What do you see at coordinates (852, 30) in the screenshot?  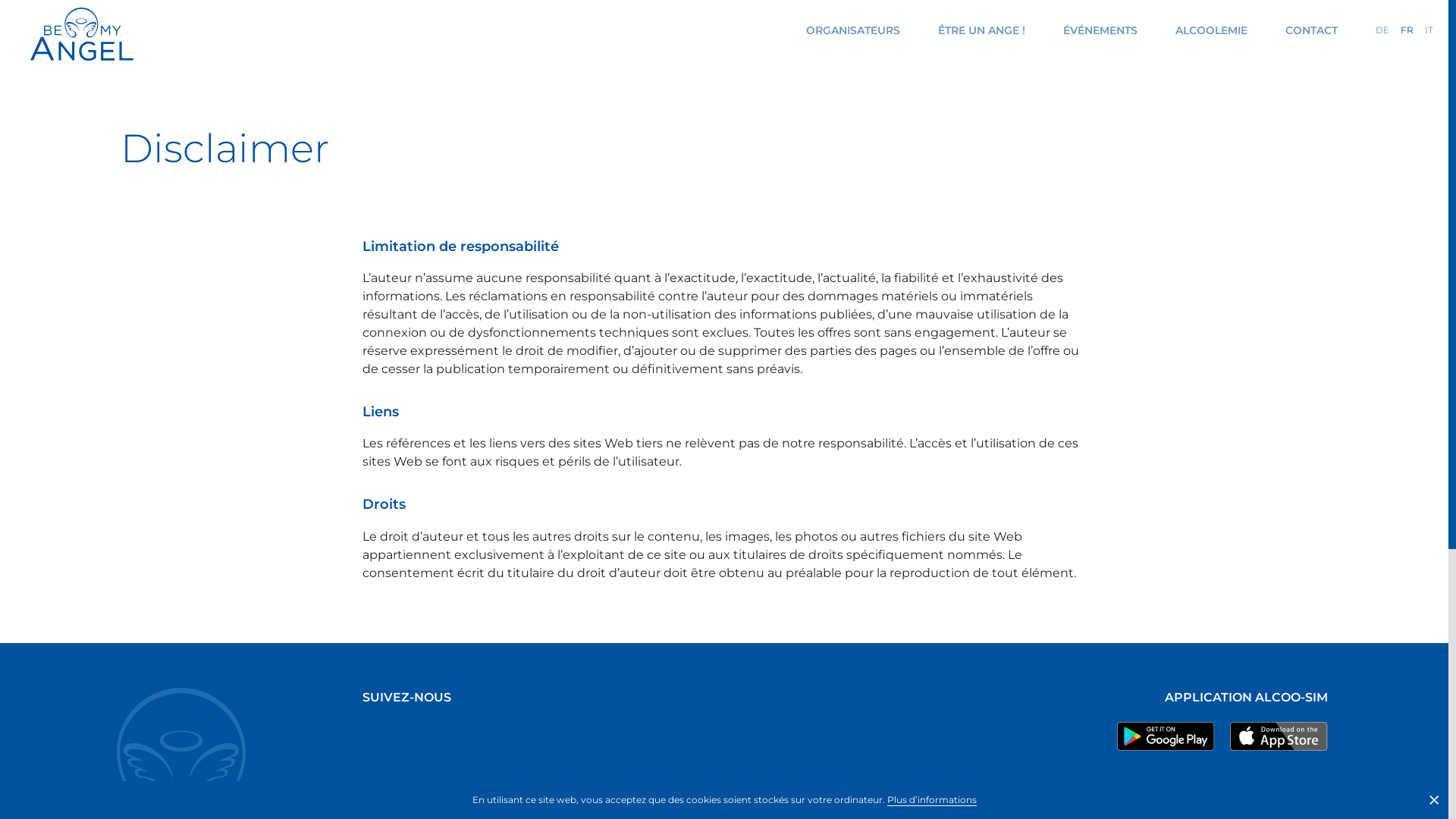 I see `'ORGANISATEURS'` at bounding box center [852, 30].